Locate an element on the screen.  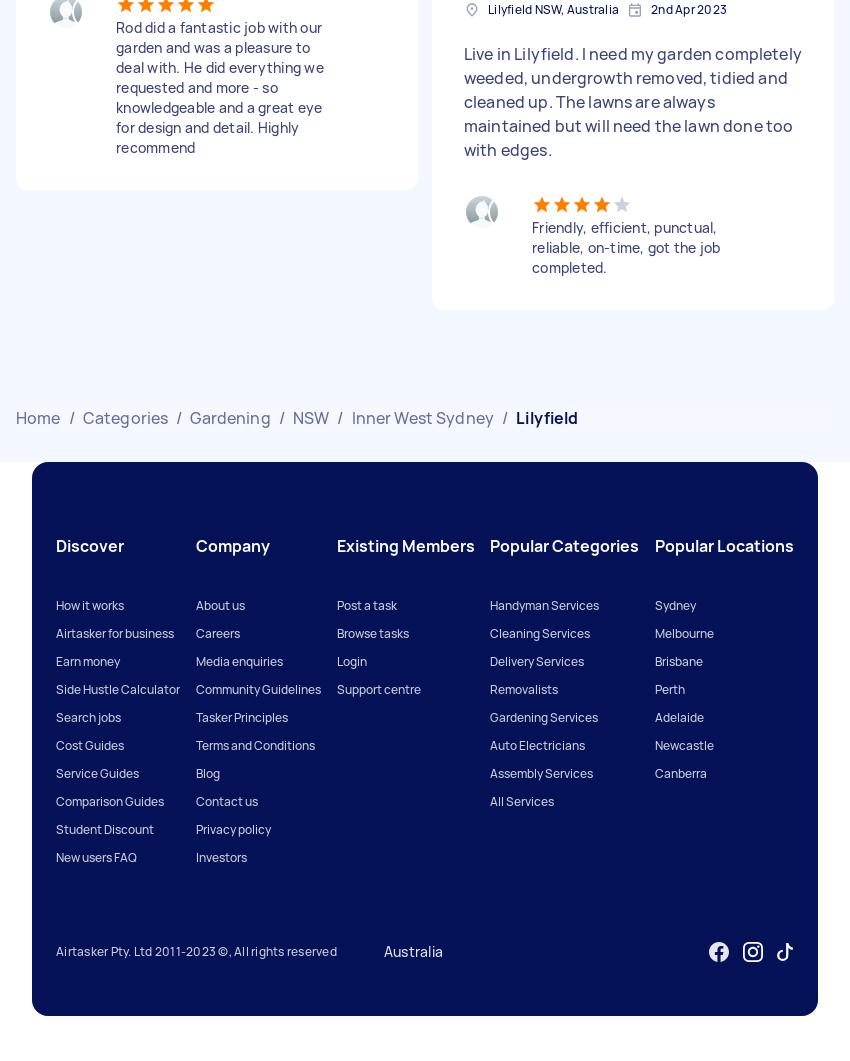
'2nd Apr 2023' is located at coordinates (688, 9).